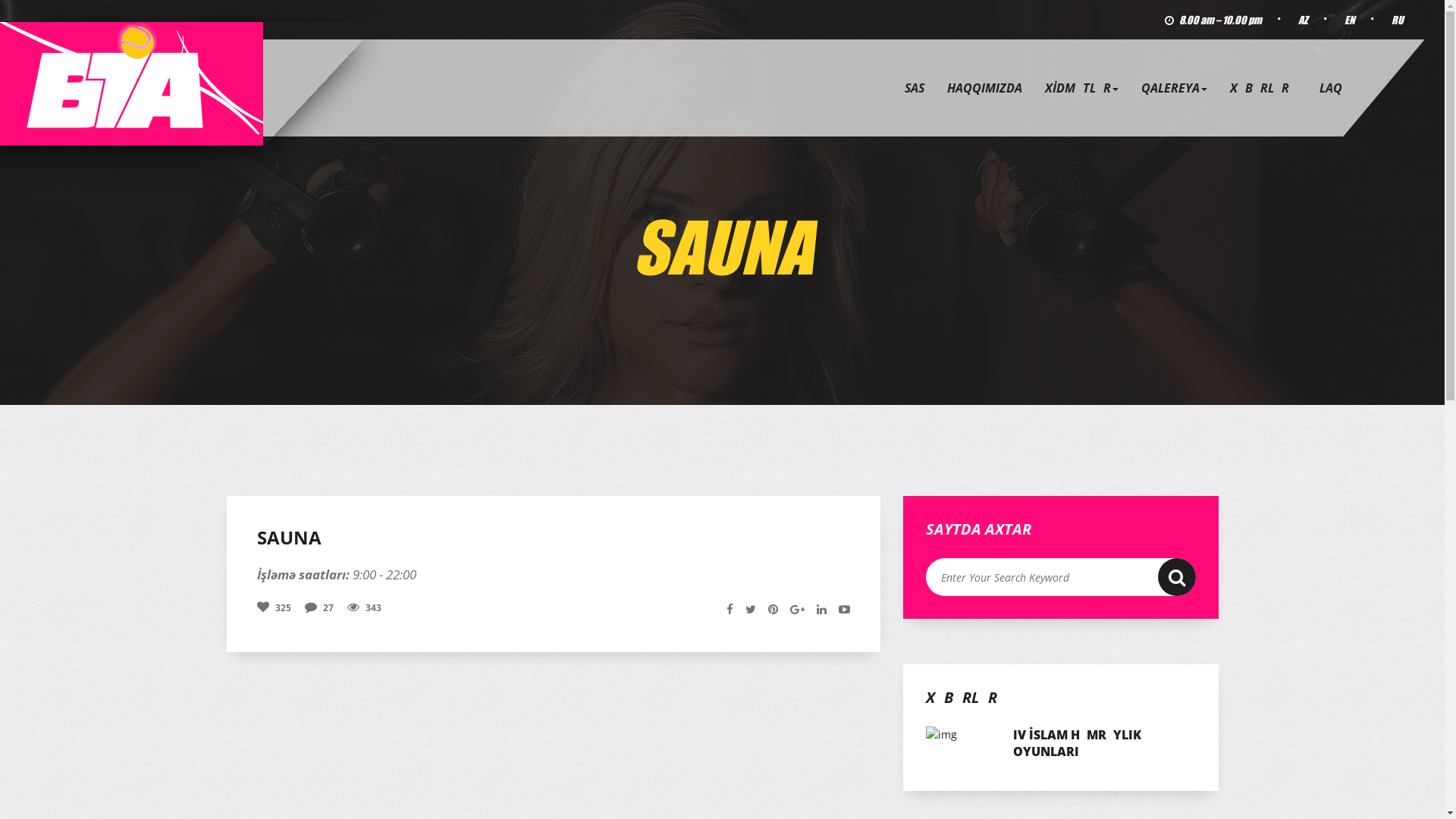  I want to click on '325', so click(273, 607).